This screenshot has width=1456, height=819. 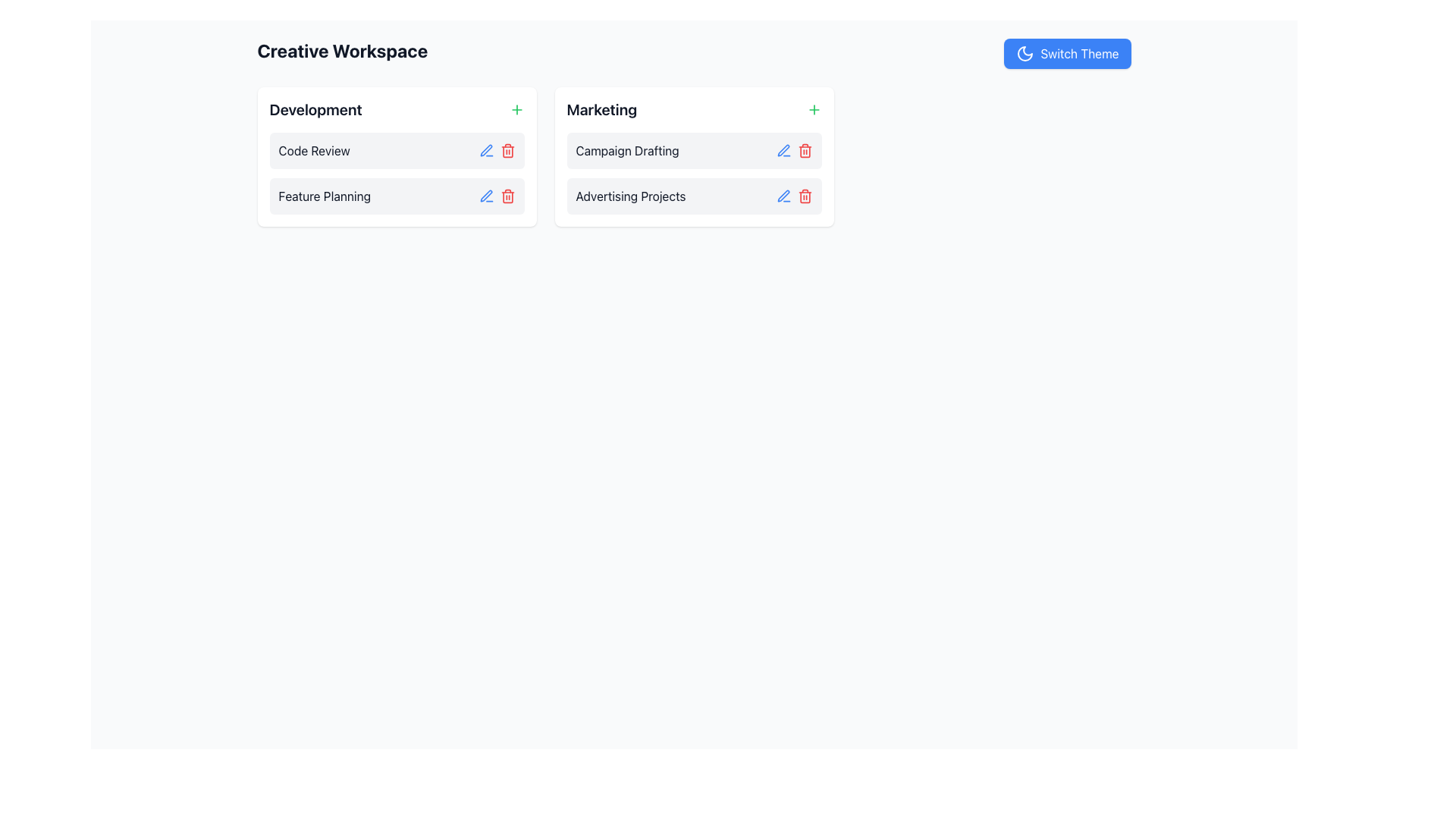 What do you see at coordinates (804, 152) in the screenshot?
I see `the trash bin icon located in the top-right corner of the 'Marketing' card, which represents the main body of the icon` at bounding box center [804, 152].